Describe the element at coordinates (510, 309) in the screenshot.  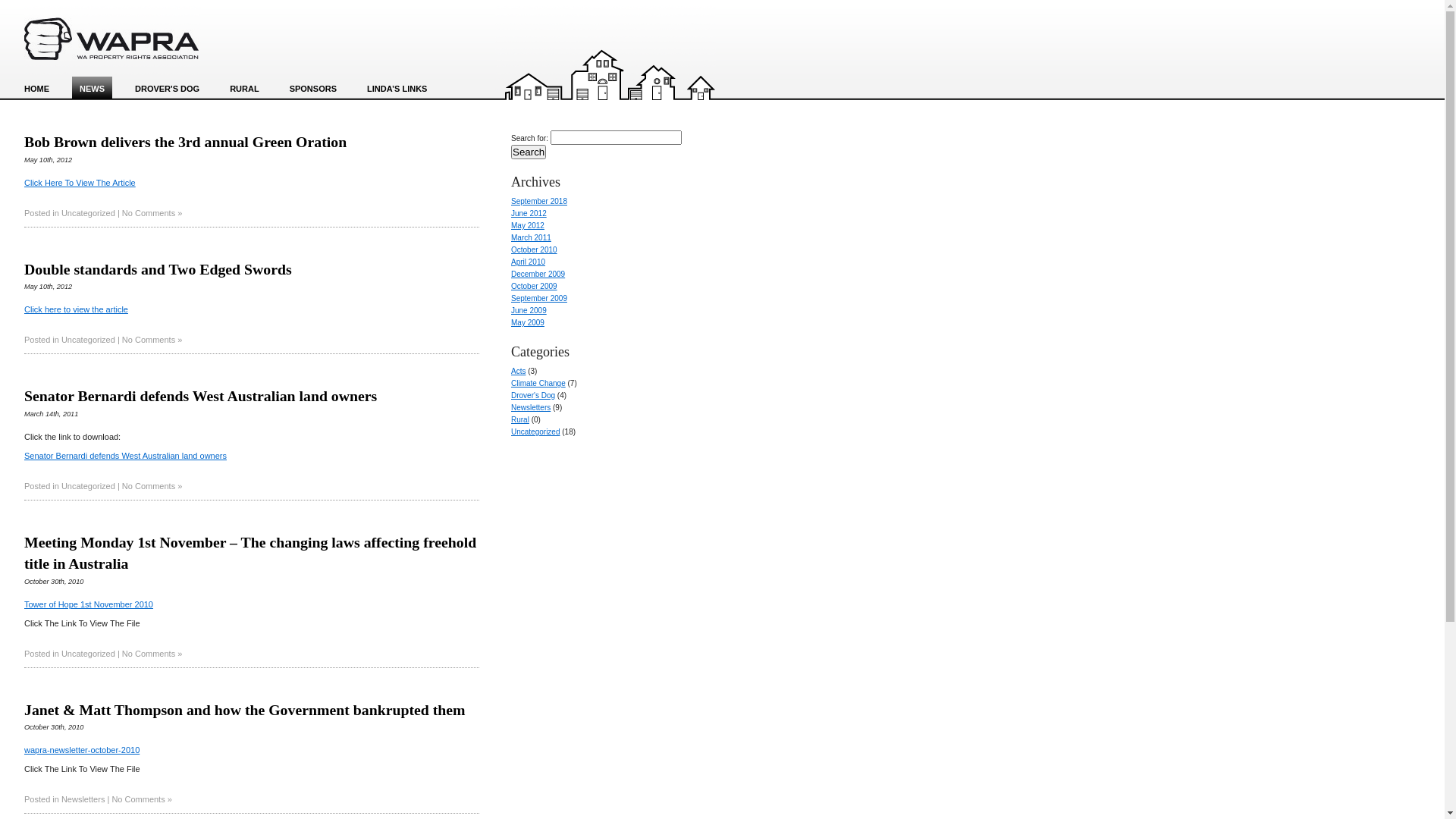
I see `'June 2009'` at that location.